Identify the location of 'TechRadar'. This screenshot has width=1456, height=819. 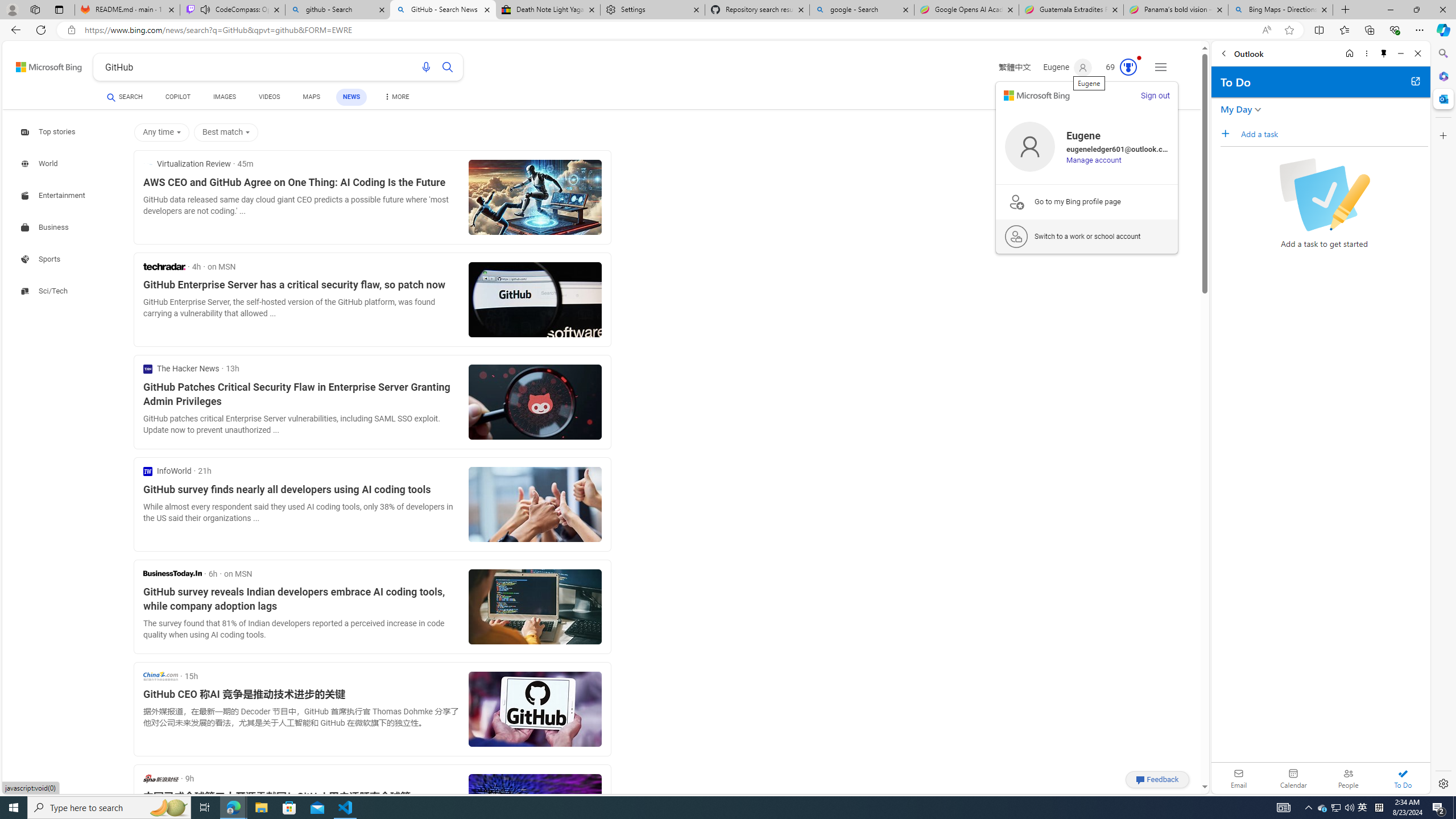
(164, 266).